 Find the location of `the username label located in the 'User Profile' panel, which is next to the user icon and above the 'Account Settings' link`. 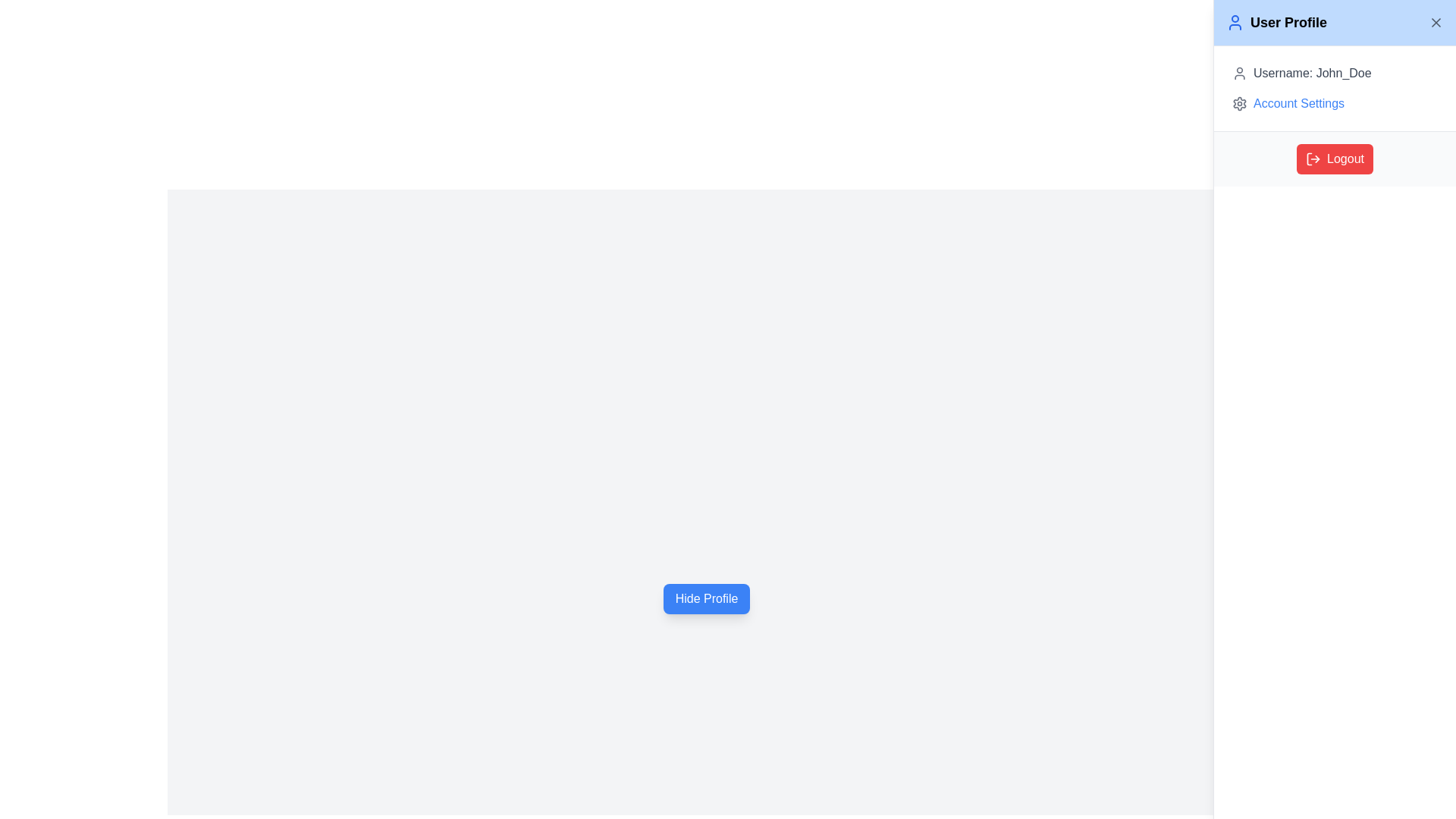

the username label located in the 'User Profile' panel, which is next to the user icon and above the 'Account Settings' link is located at coordinates (1311, 73).